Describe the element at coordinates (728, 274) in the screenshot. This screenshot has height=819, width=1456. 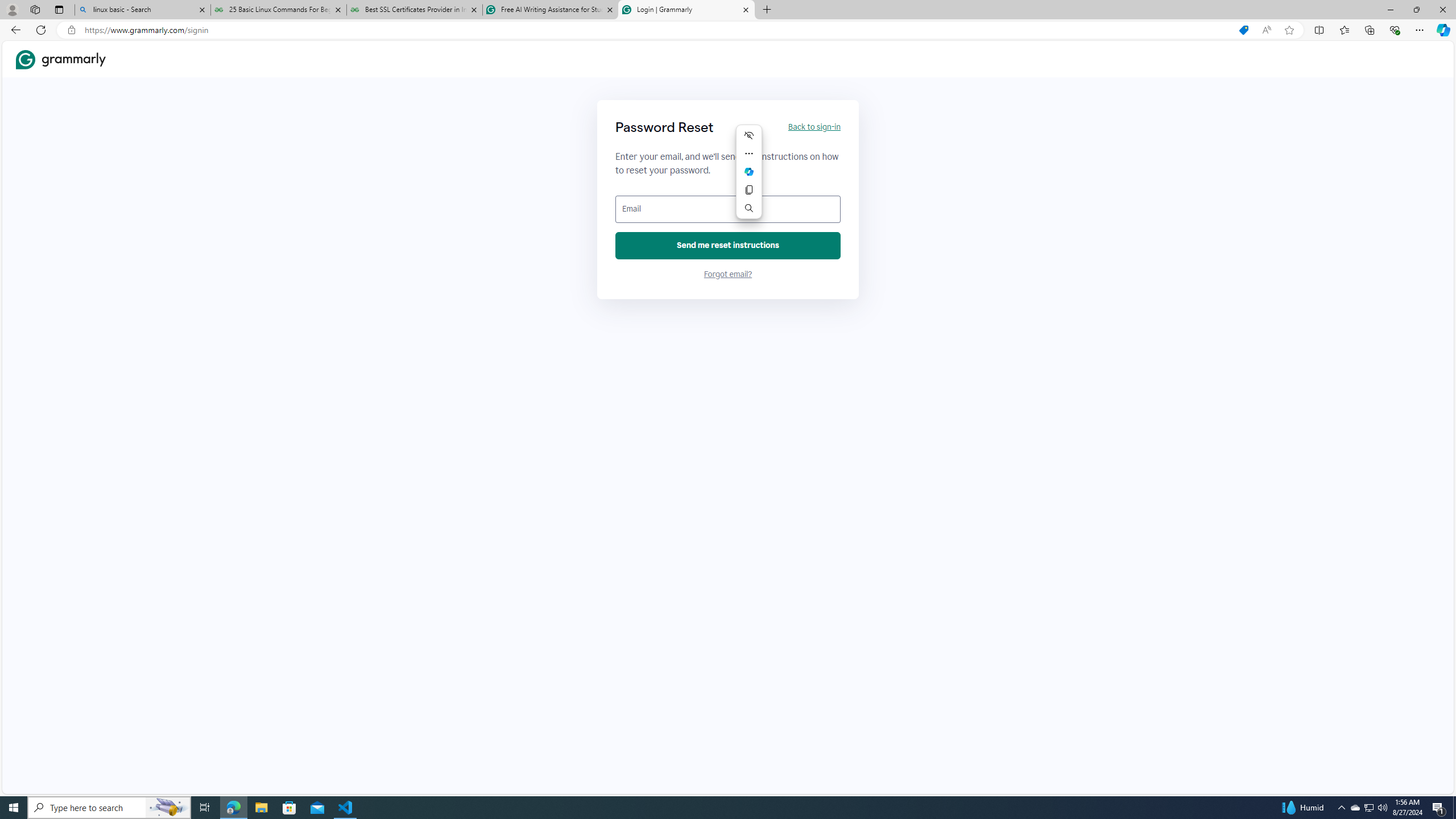
I see `'Forgot email?'` at that location.